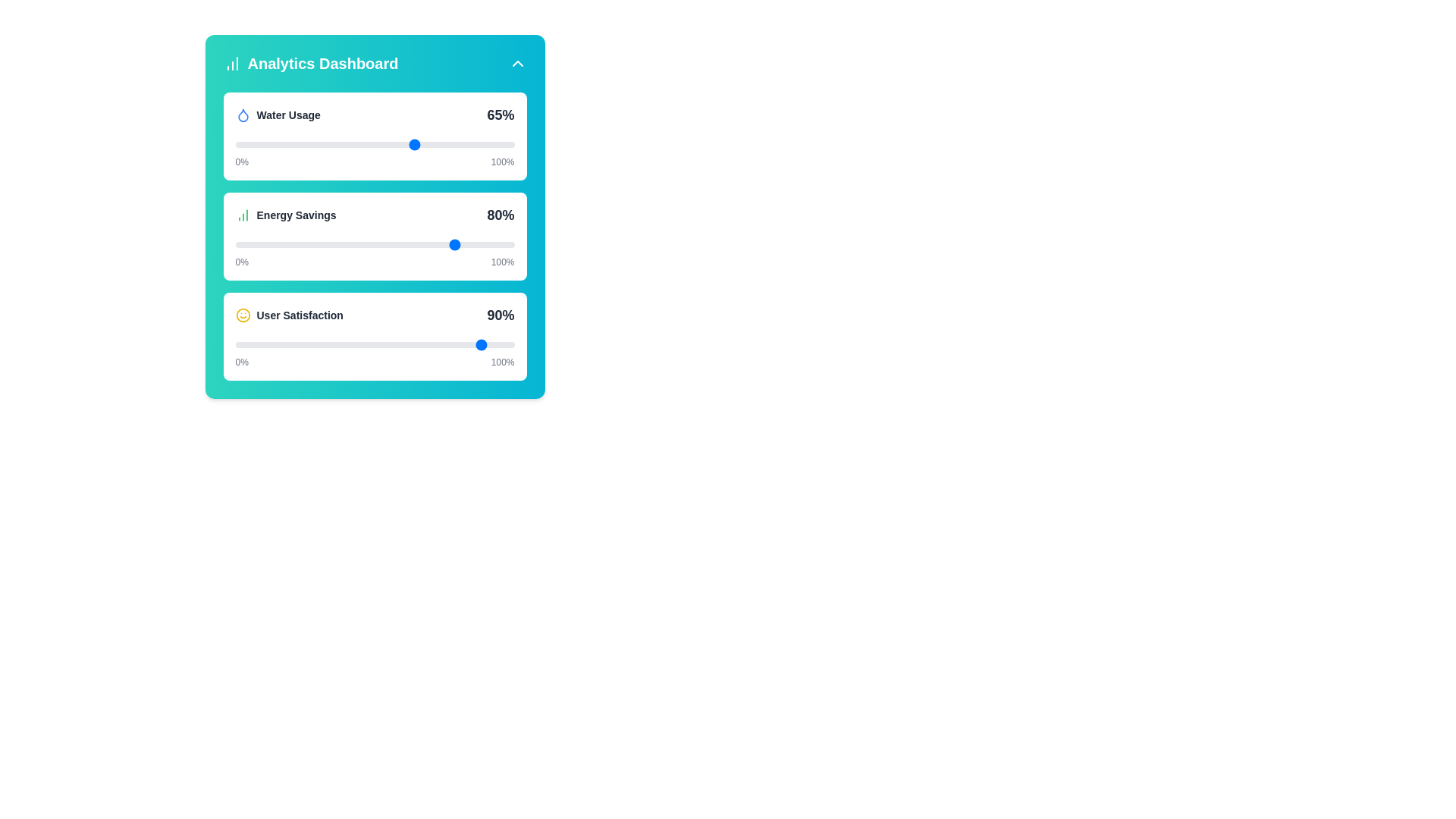 Image resolution: width=1456 pixels, height=819 pixels. I want to click on the water usage slider, so click(380, 145).